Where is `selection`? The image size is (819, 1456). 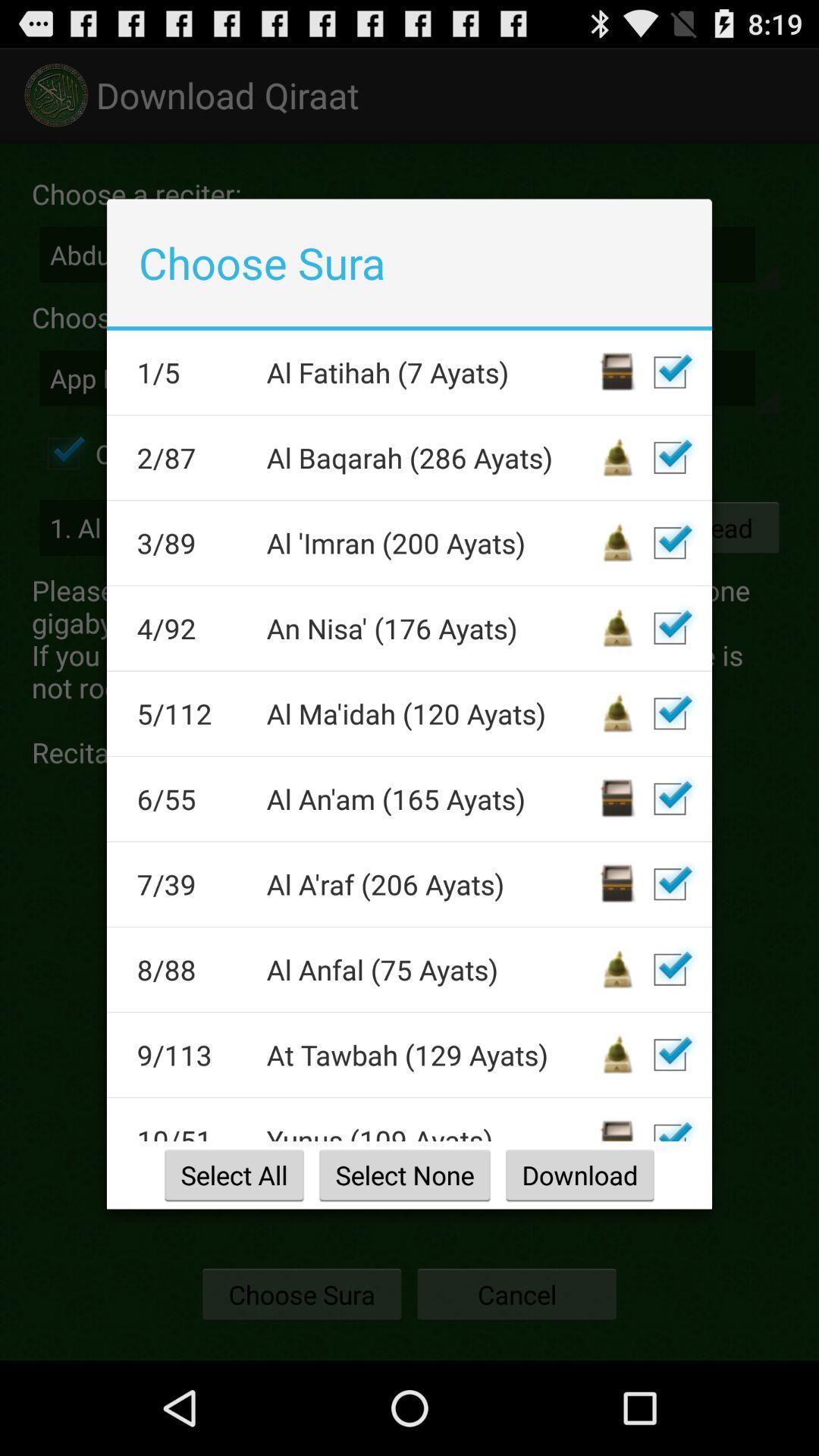
selection is located at coordinates (669, 543).